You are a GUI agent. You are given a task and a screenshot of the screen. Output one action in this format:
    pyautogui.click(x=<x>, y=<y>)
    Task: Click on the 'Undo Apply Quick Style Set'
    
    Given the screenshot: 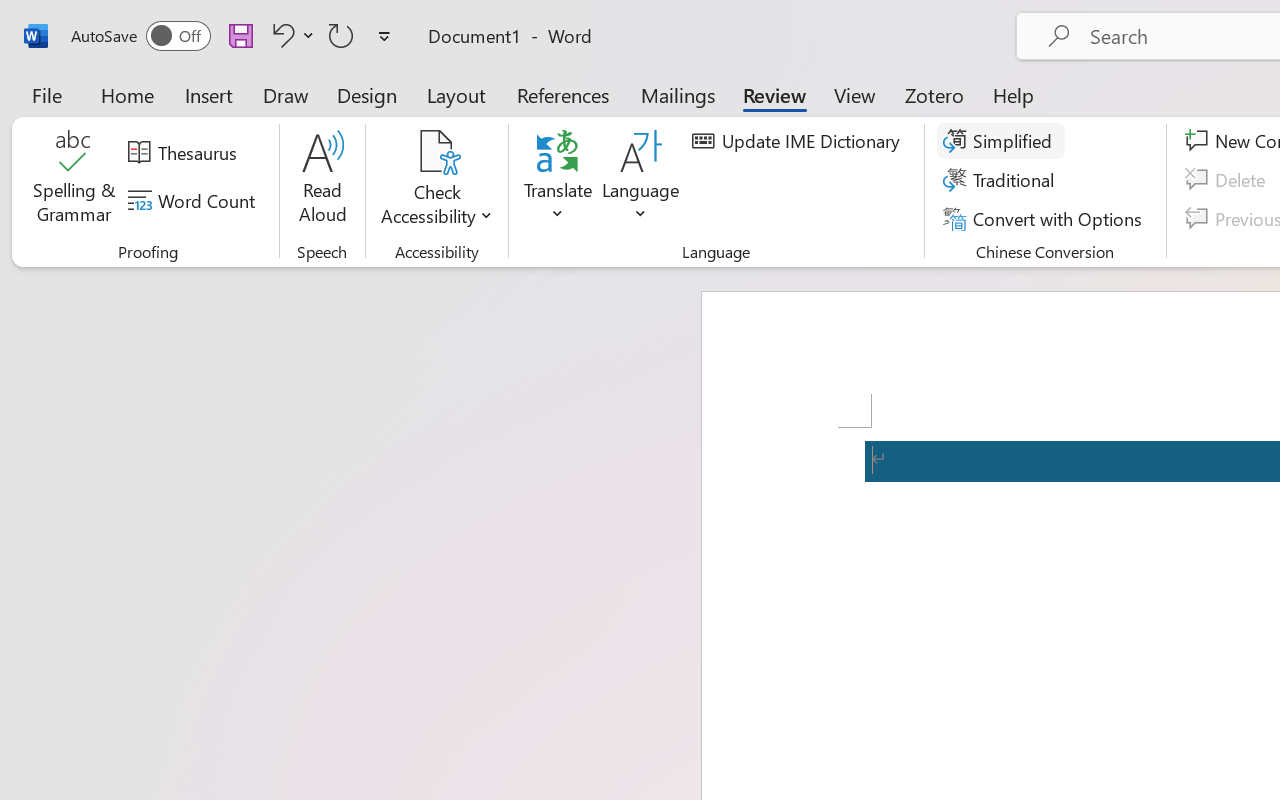 What is the action you would take?
    pyautogui.click(x=279, y=34)
    